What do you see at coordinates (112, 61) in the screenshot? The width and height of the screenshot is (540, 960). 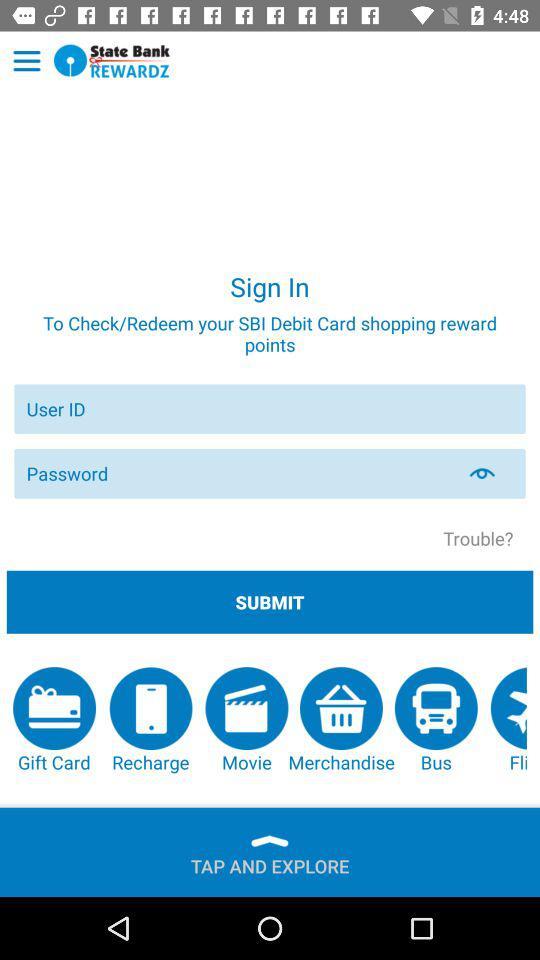 I see `homepage` at bounding box center [112, 61].